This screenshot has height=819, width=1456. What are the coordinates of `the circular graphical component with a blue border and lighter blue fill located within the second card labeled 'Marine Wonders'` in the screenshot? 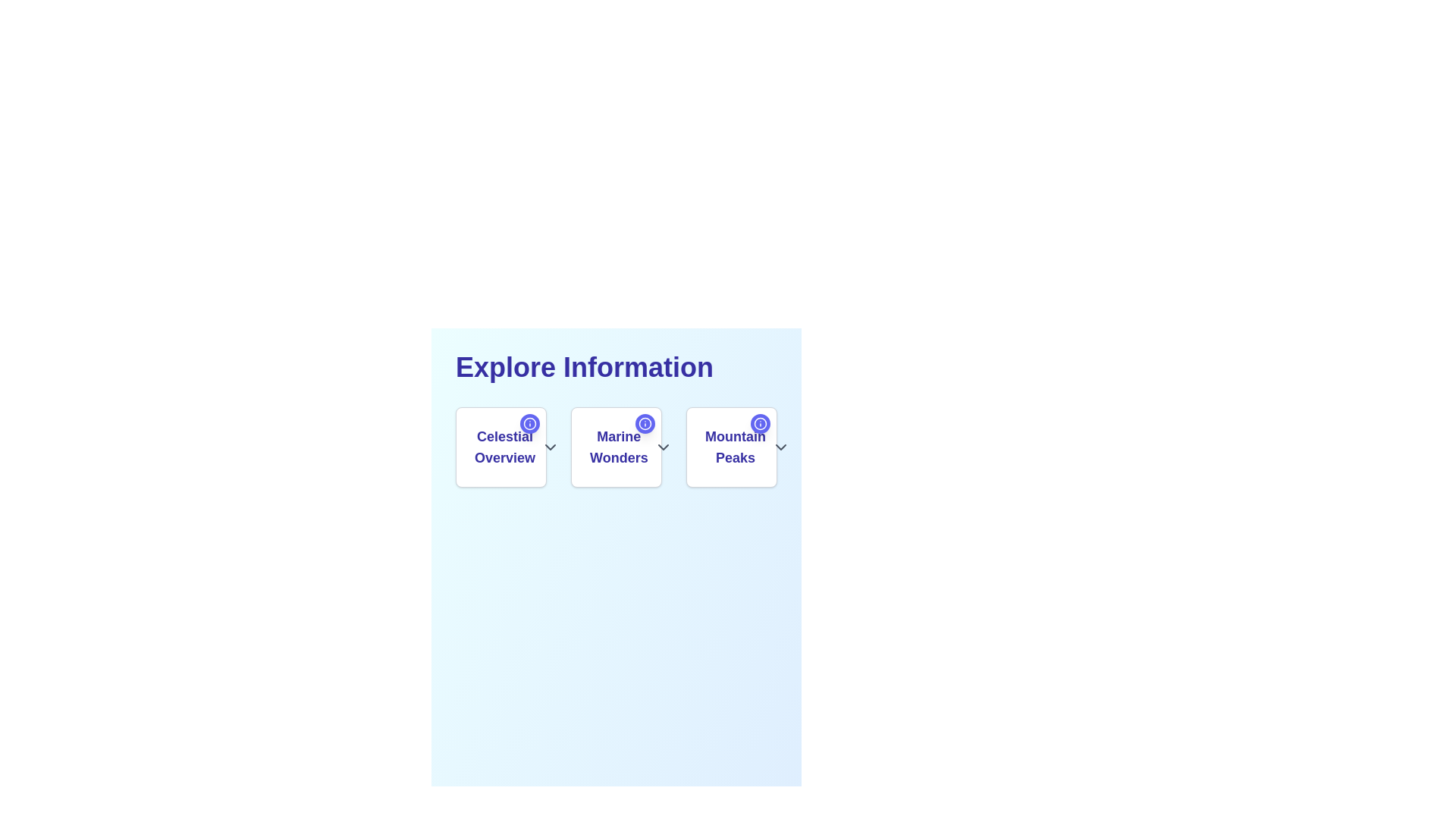 It's located at (645, 424).